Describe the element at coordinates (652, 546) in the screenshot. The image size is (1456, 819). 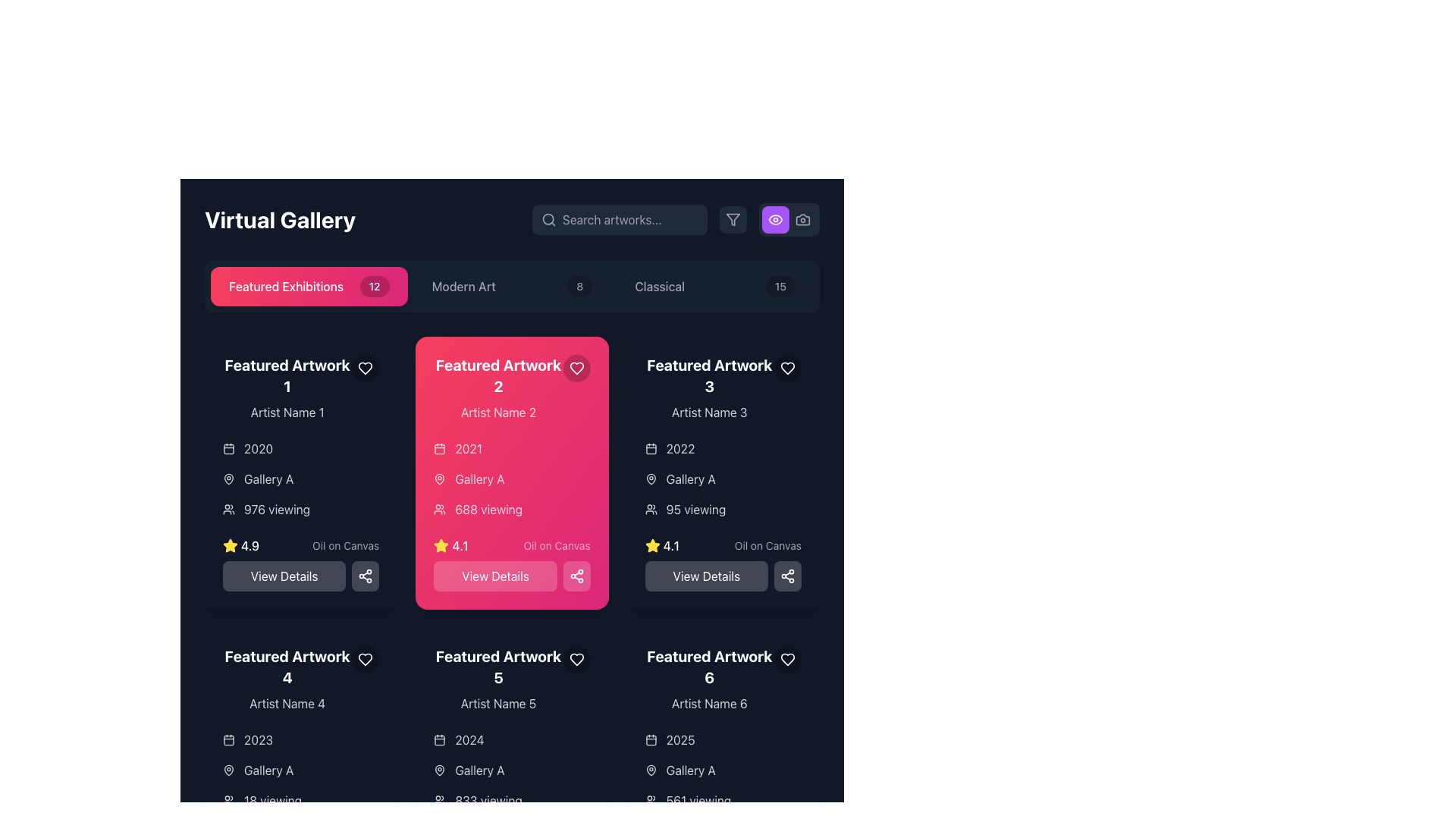
I see `the yellow star icon with five points, which indicates a '4.1' rating and is located in the lower section of the card labeled 'Featured Artwork 2.'` at that location.